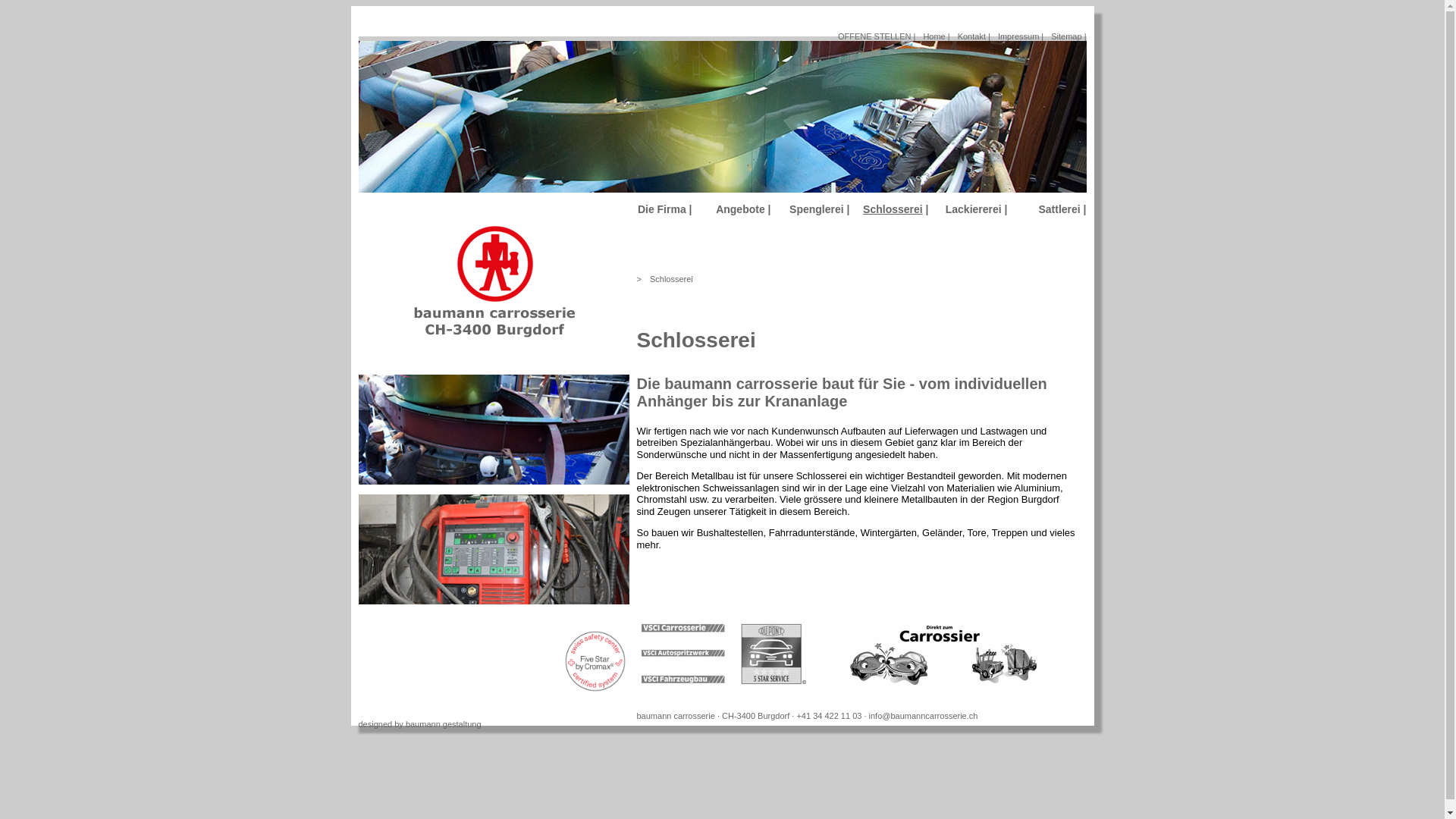 This screenshot has height=819, width=1456. I want to click on 'Sitemap', so click(1065, 35).